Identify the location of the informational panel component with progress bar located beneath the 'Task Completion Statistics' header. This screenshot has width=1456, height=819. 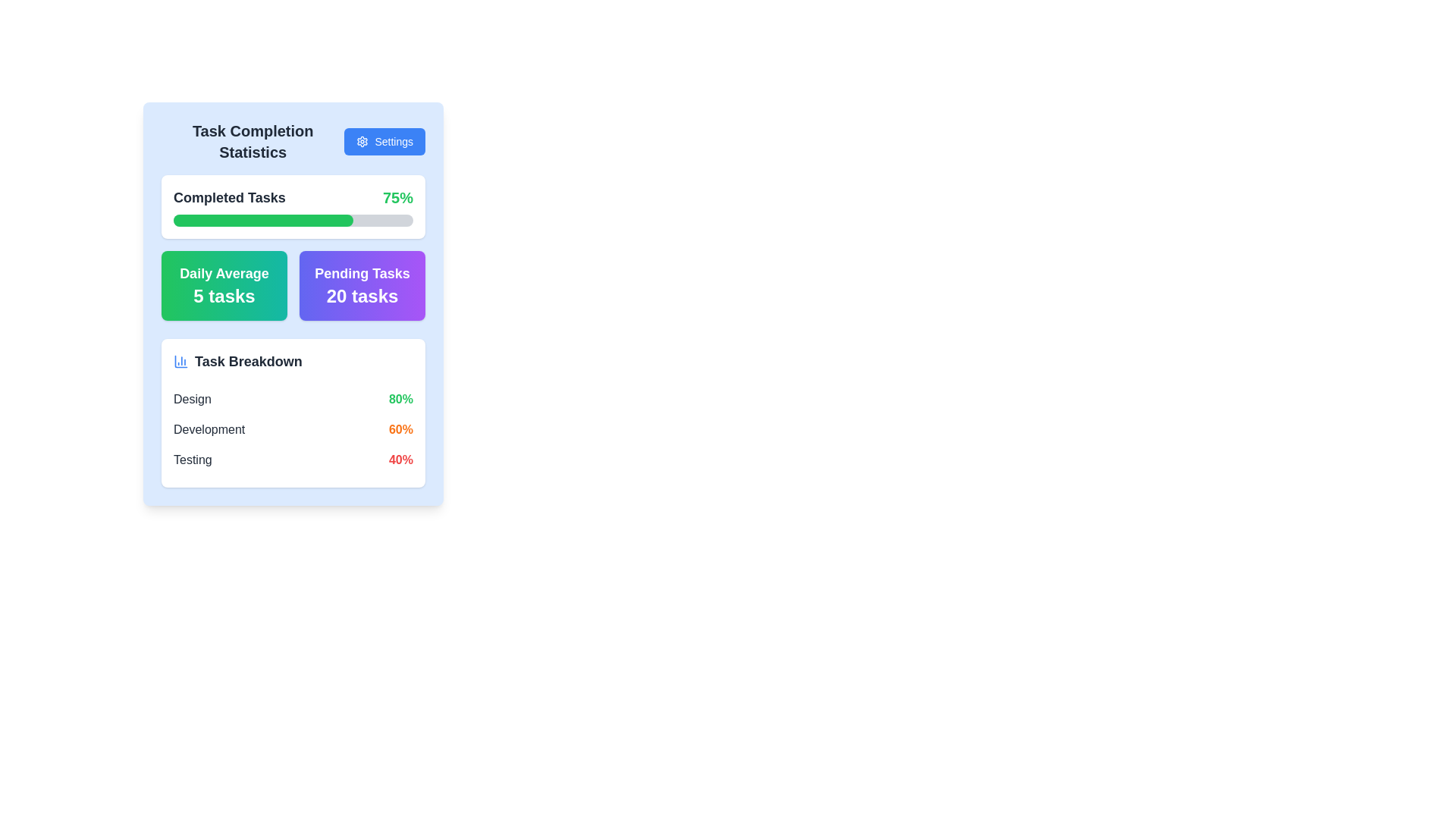
(293, 207).